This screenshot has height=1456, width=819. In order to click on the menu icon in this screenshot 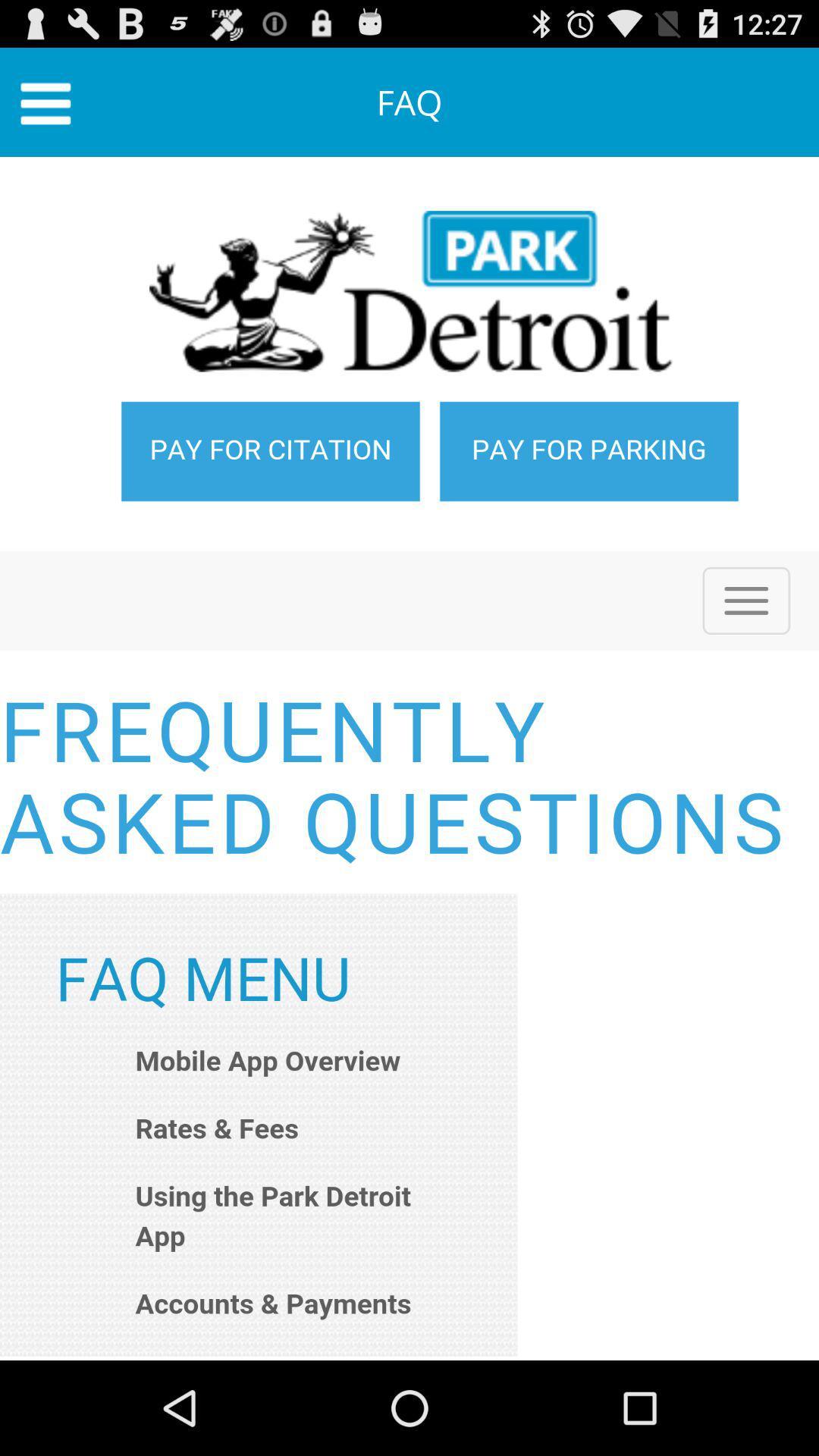, I will do `click(45, 108)`.